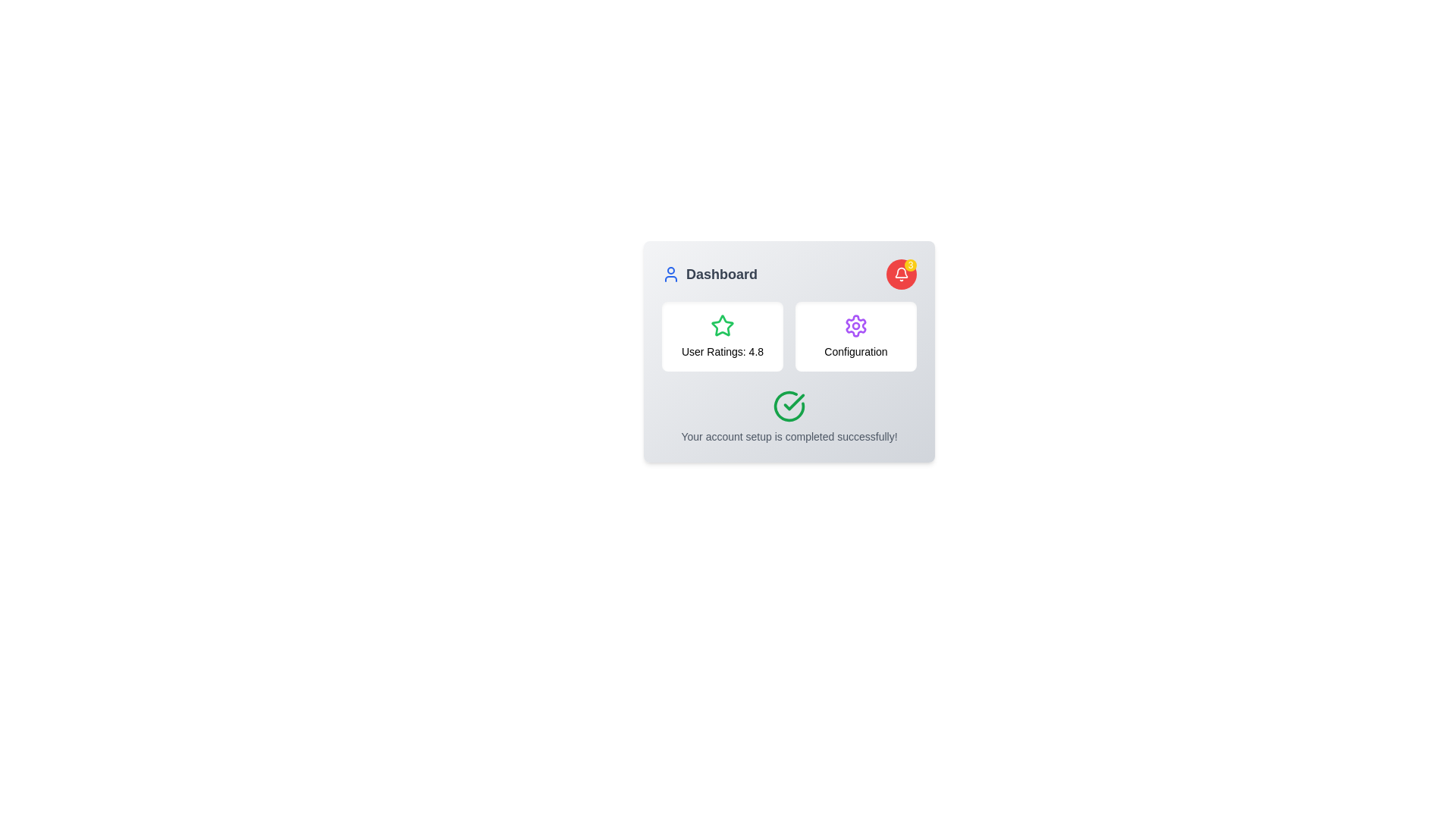 This screenshot has width=1456, height=819. Describe the element at coordinates (793, 401) in the screenshot. I see `the checkmark icon located in the confirmation section of the card, which indicates task completion or success` at that location.